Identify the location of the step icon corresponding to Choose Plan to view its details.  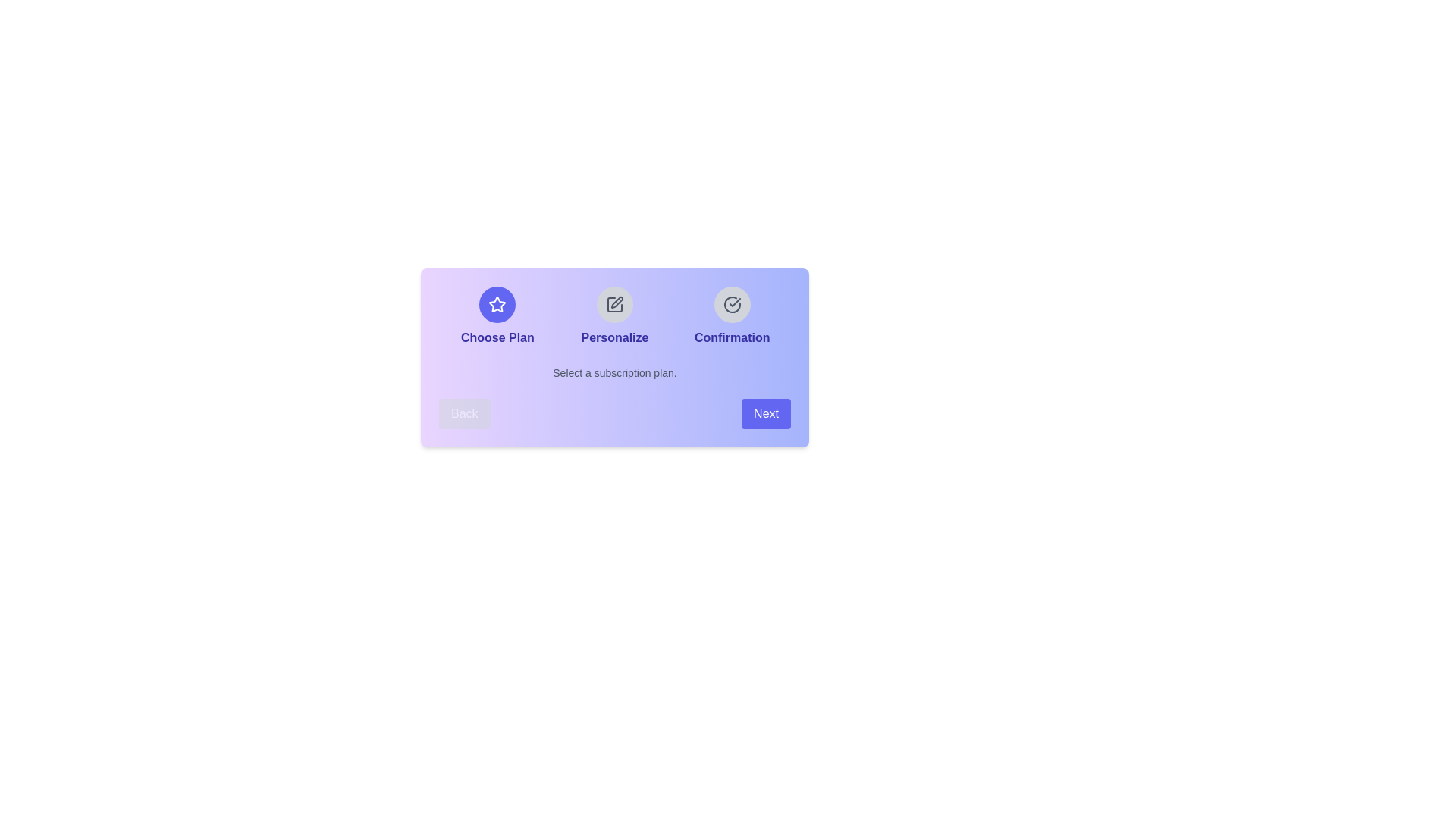
(497, 304).